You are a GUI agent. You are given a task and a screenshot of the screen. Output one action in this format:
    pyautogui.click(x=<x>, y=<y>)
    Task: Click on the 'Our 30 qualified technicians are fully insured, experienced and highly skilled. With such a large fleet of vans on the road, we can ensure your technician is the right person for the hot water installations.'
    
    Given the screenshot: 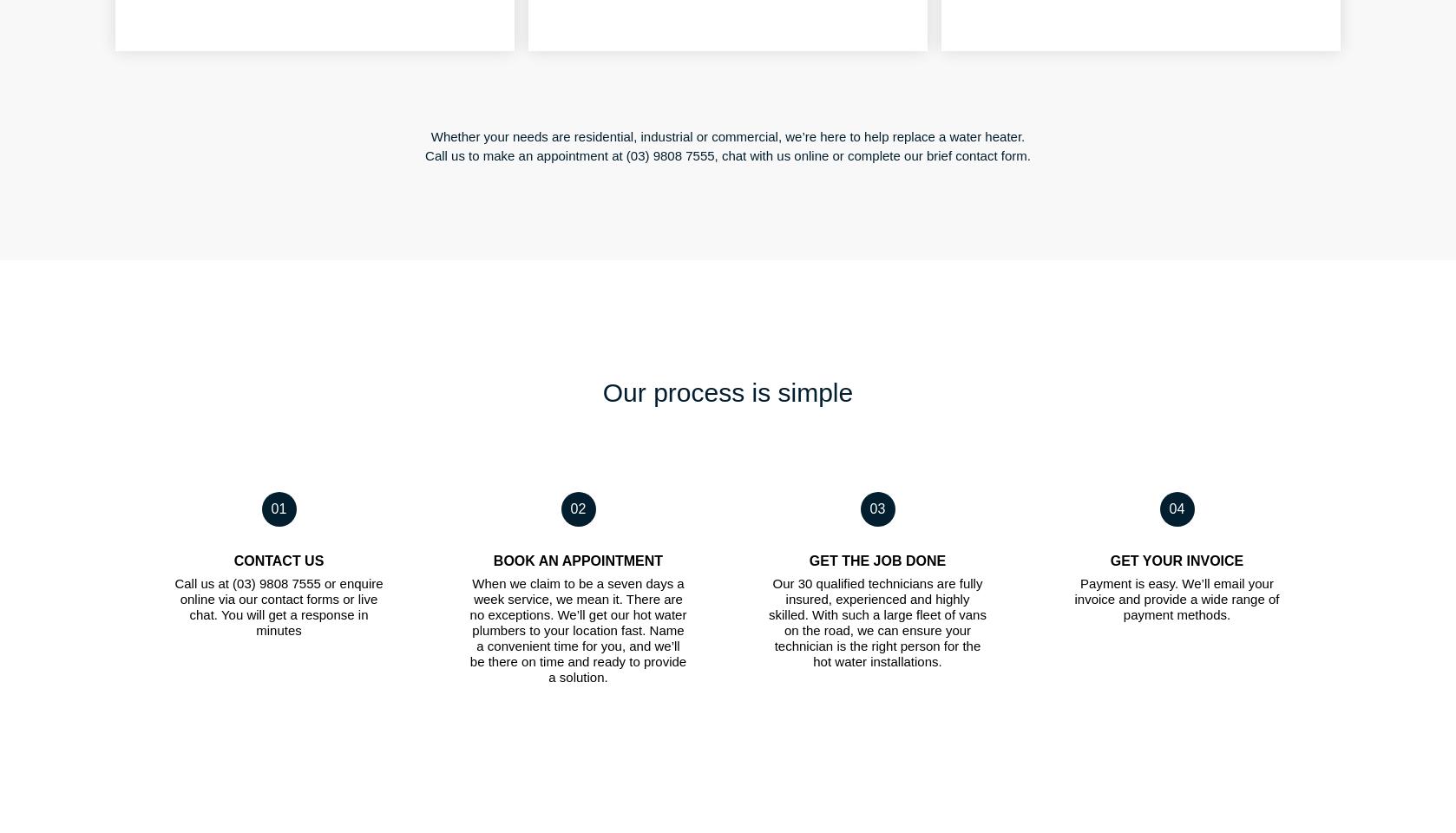 What is the action you would take?
    pyautogui.click(x=876, y=621)
    